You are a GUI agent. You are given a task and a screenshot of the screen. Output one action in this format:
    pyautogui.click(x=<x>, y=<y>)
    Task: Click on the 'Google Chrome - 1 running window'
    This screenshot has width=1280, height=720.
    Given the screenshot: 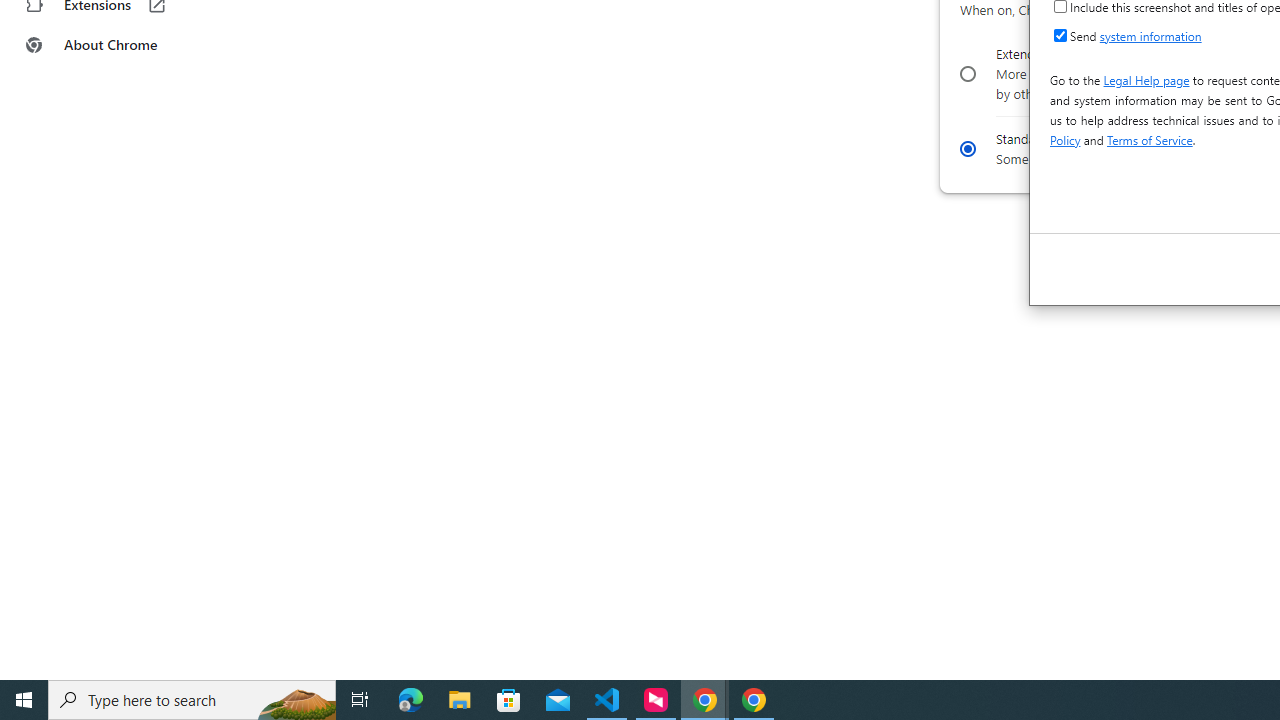 What is the action you would take?
    pyautogui.click(x=753, y=698)
    